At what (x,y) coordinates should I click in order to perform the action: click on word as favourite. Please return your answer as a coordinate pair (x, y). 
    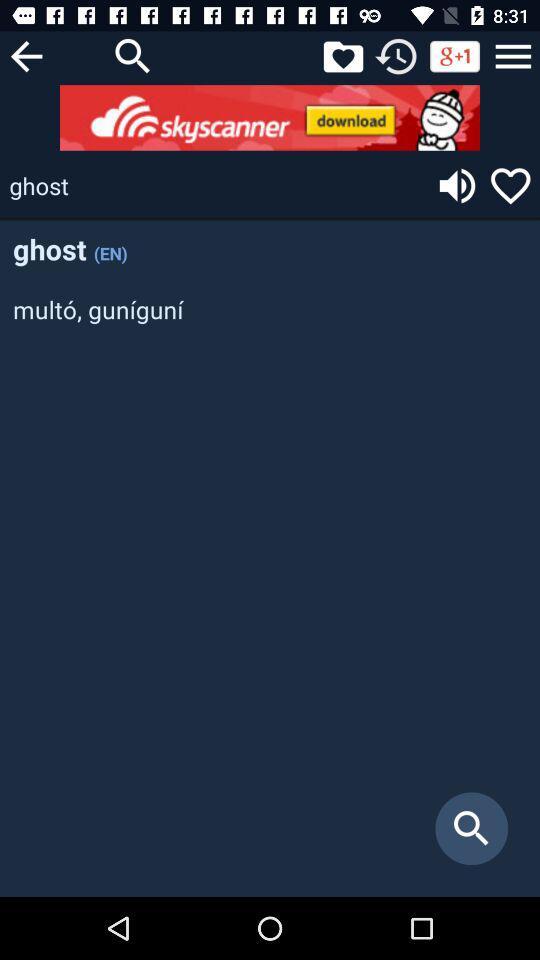
    Looking at the image, I should click on (510, 185).